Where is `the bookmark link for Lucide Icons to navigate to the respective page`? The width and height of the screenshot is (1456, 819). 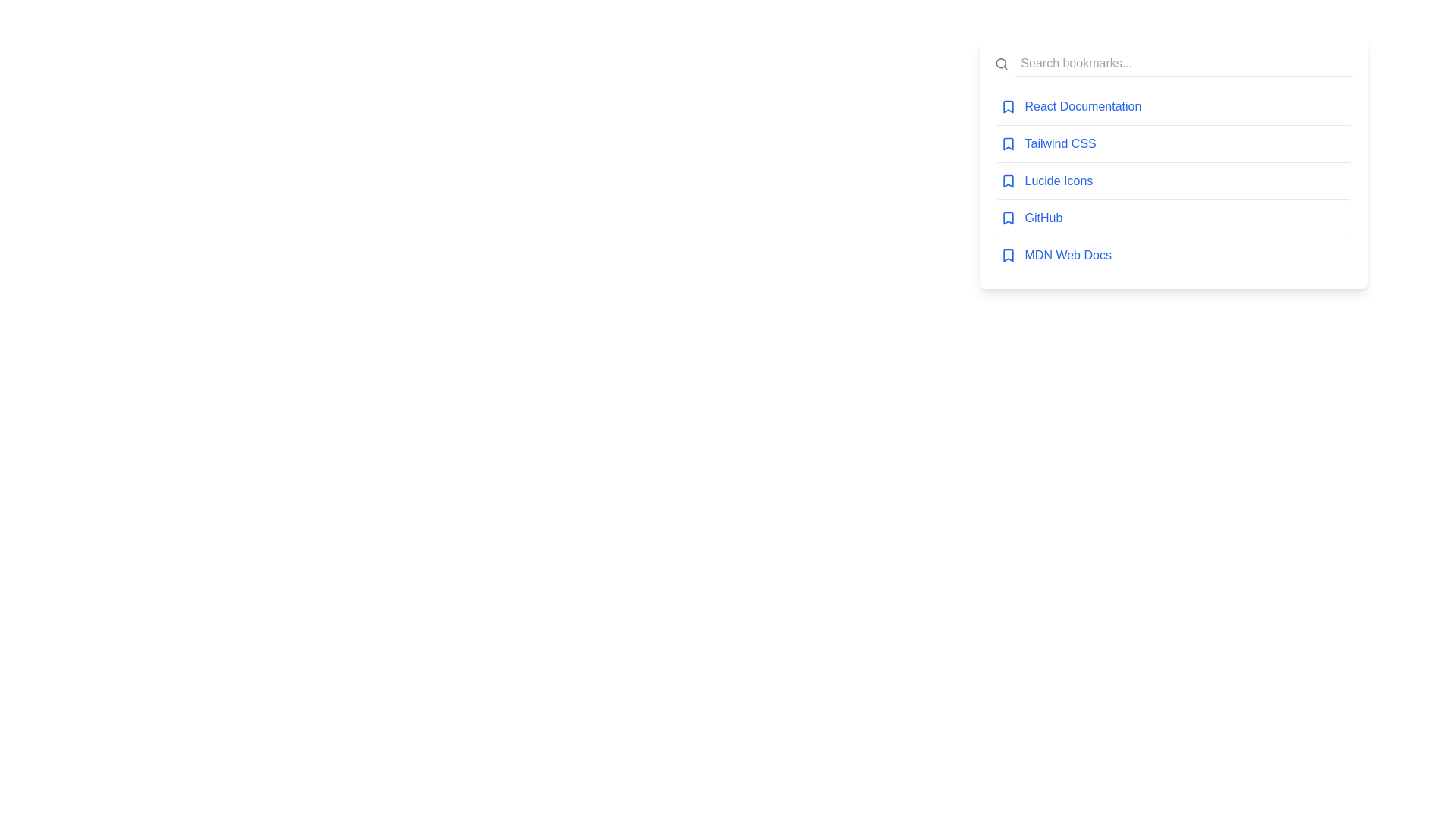
the bookmark link for Lucide Icons to navigate to the respective page is located at coordinates (1058, 180).